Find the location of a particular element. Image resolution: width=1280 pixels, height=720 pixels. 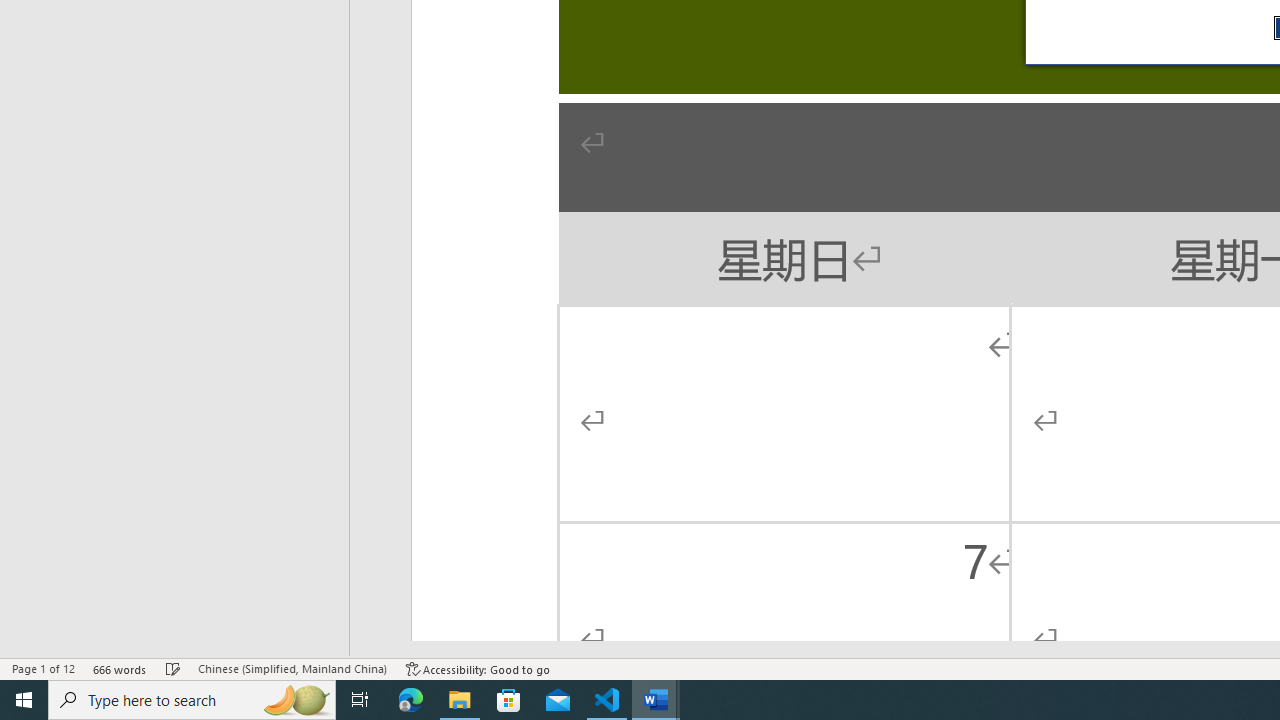

'File Explorer - 1 running window' is located at coordinates (459, 698).